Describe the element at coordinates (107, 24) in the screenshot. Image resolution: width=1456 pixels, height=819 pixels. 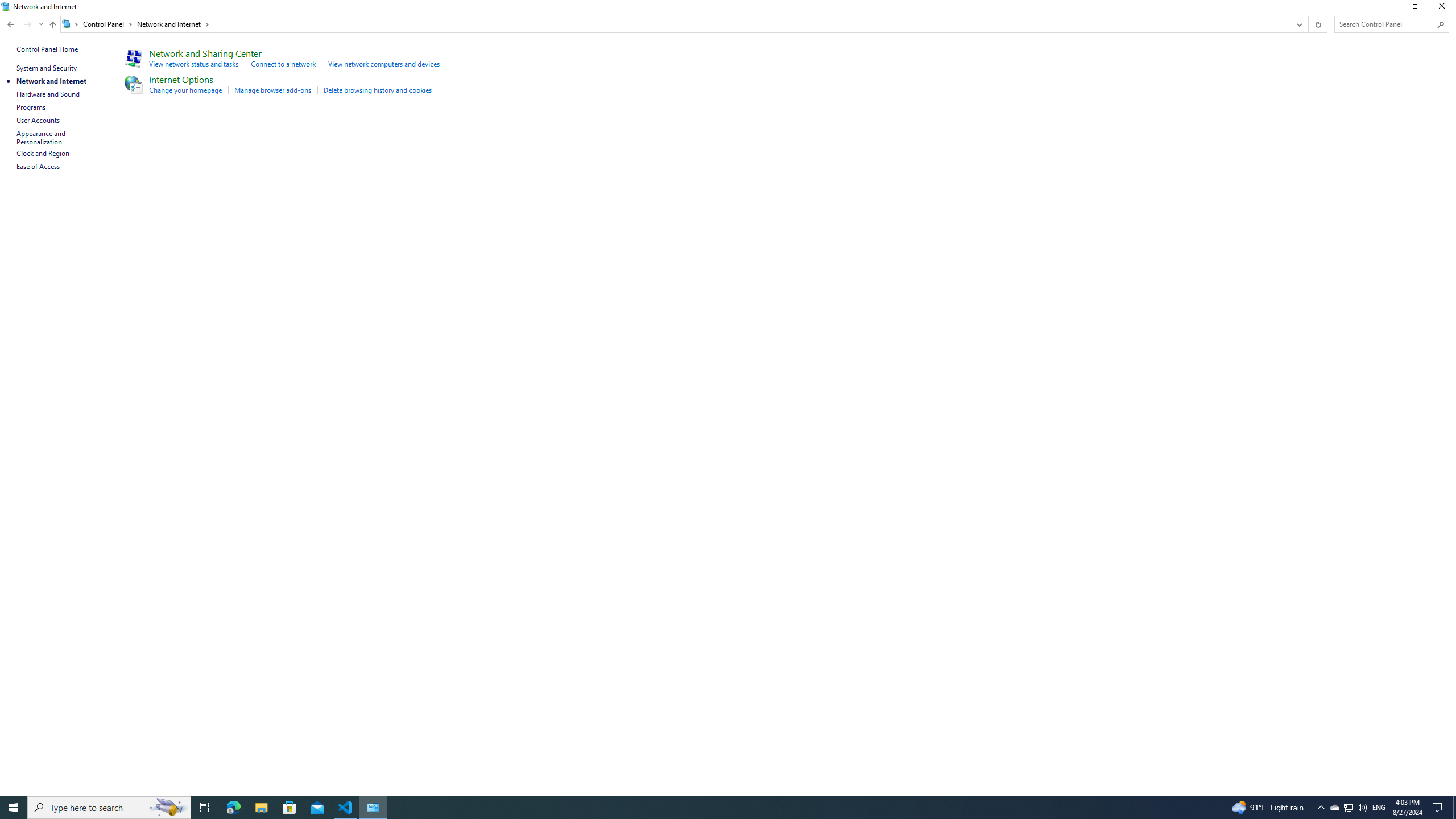
I see `'Control Panel'` at that location.